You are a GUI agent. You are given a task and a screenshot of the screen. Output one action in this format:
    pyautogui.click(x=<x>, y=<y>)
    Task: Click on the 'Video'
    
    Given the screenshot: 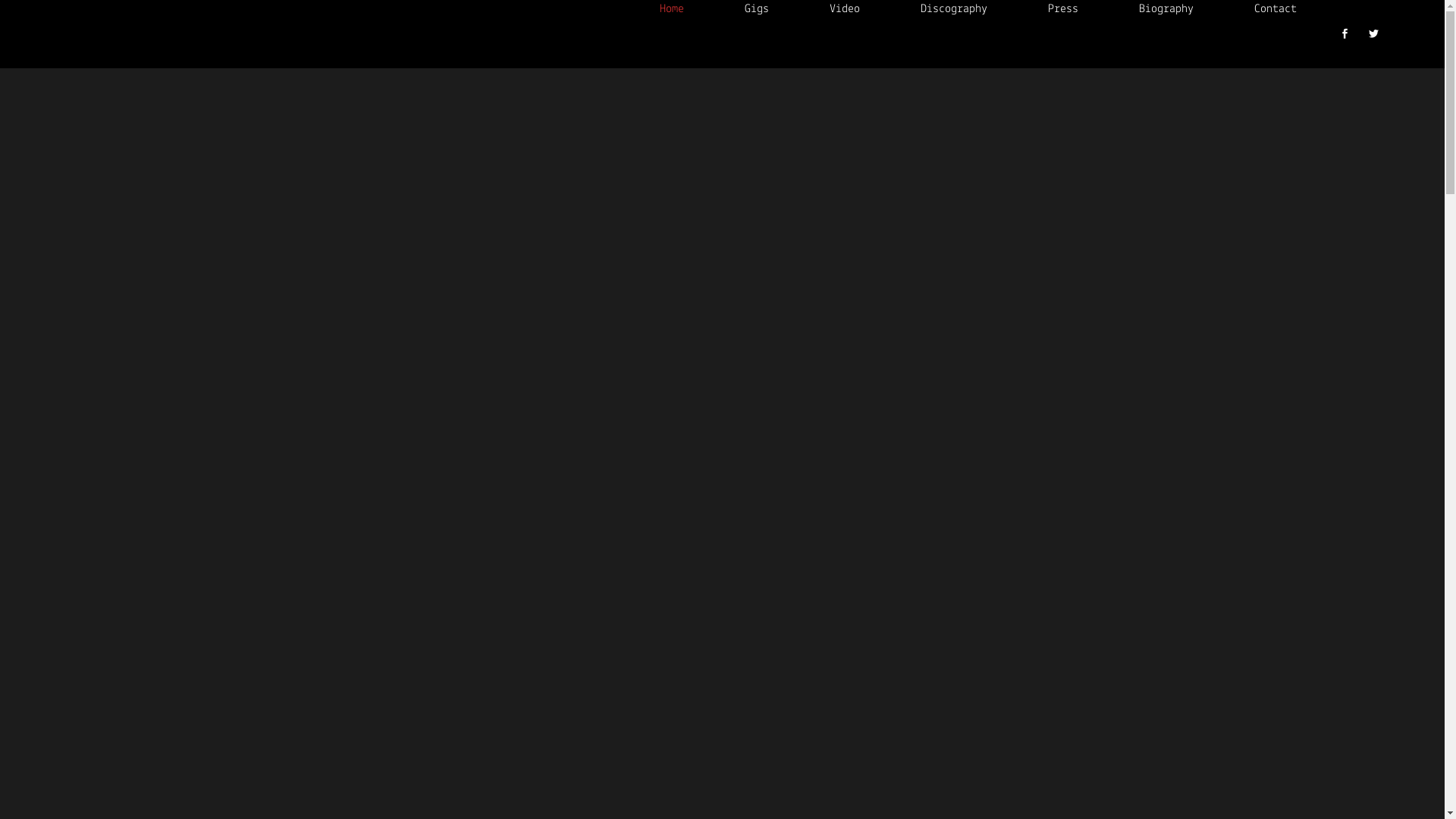 What is the action you would take?
    pyautogui.click(x=843, y=8)
    